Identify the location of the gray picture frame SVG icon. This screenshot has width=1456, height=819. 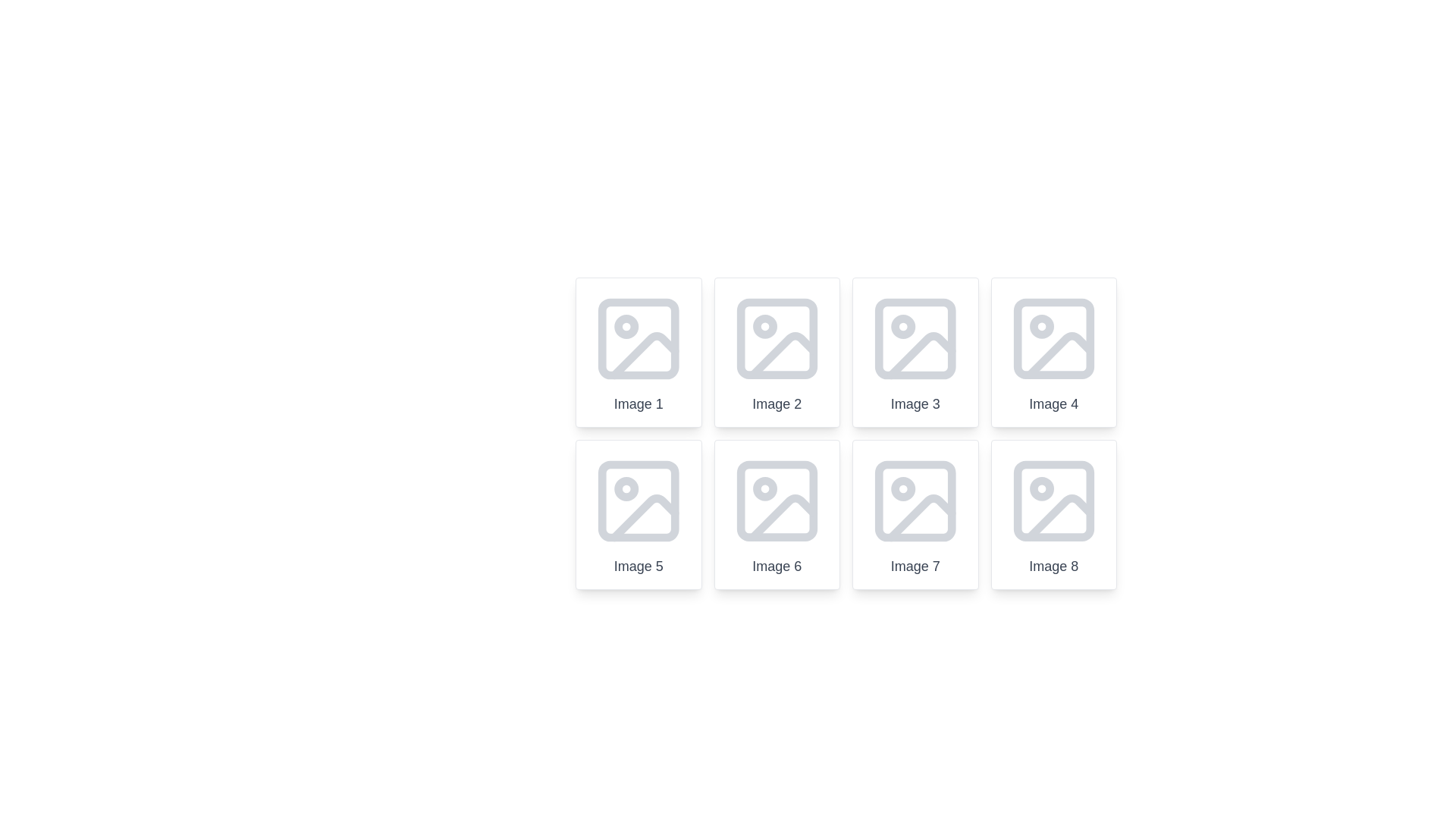
(777, 500).